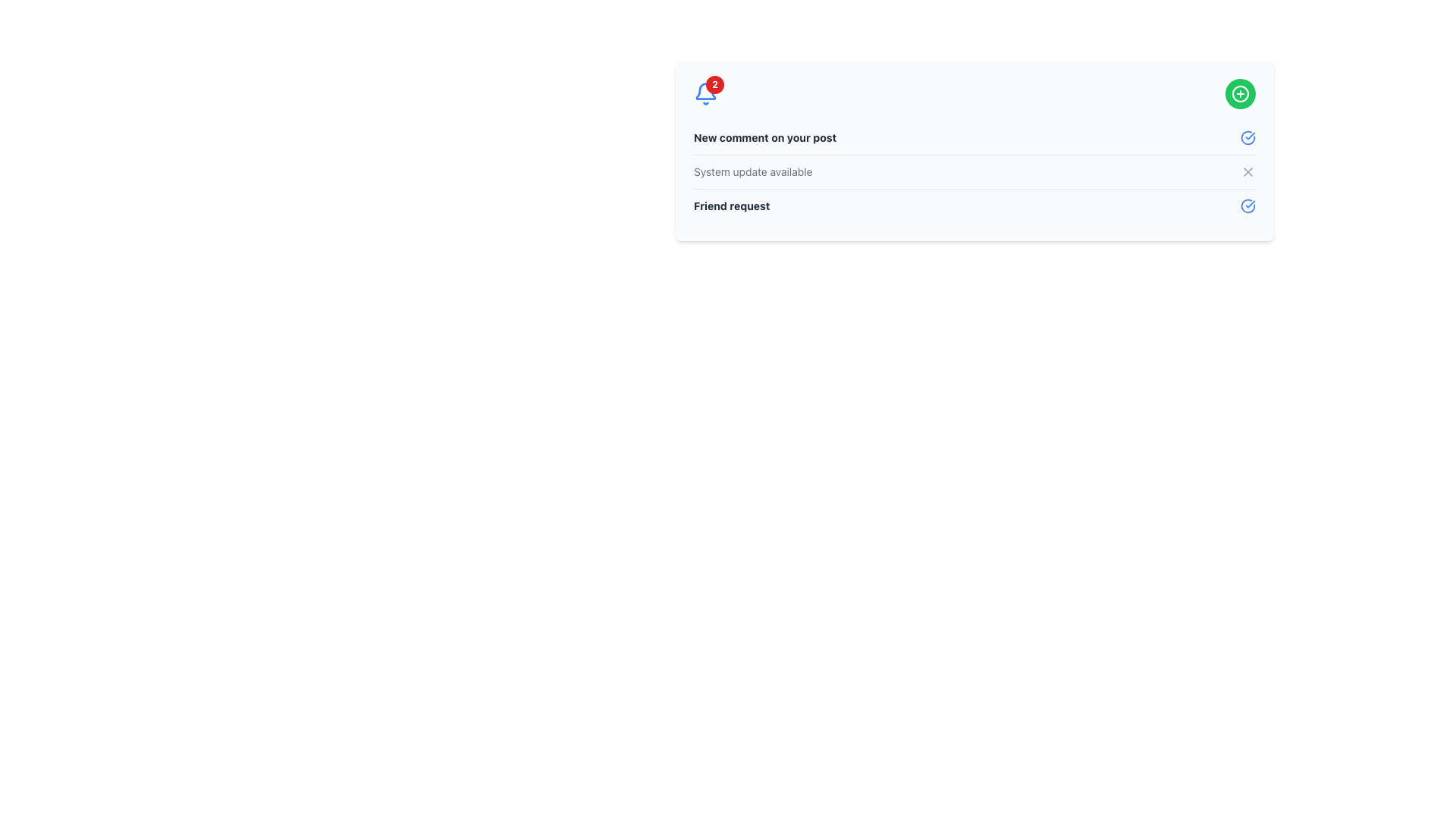 This screenshot has width=1456, height=819. Describe the element at coordinates (1248, 171) in the screenshot. I see `the close X icon located at the middle right of the list item, which is styled as an SVG icon` at that location.